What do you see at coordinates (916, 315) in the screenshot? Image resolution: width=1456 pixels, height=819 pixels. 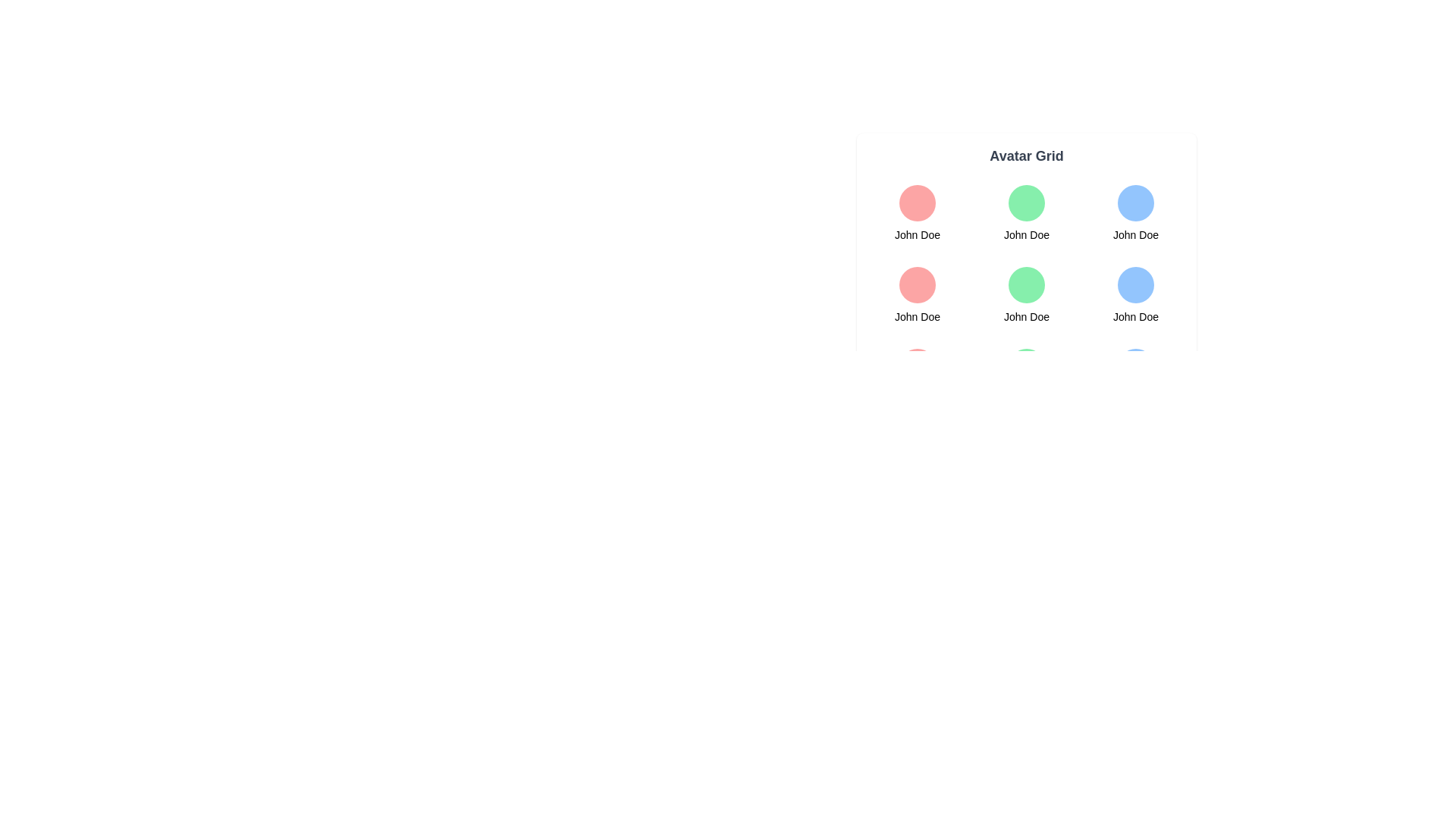 I see `the Text Label that displays the name associated with the avatar above it, located in the Avatar Grid, second column of the second row` at bounding box center [916, 315].